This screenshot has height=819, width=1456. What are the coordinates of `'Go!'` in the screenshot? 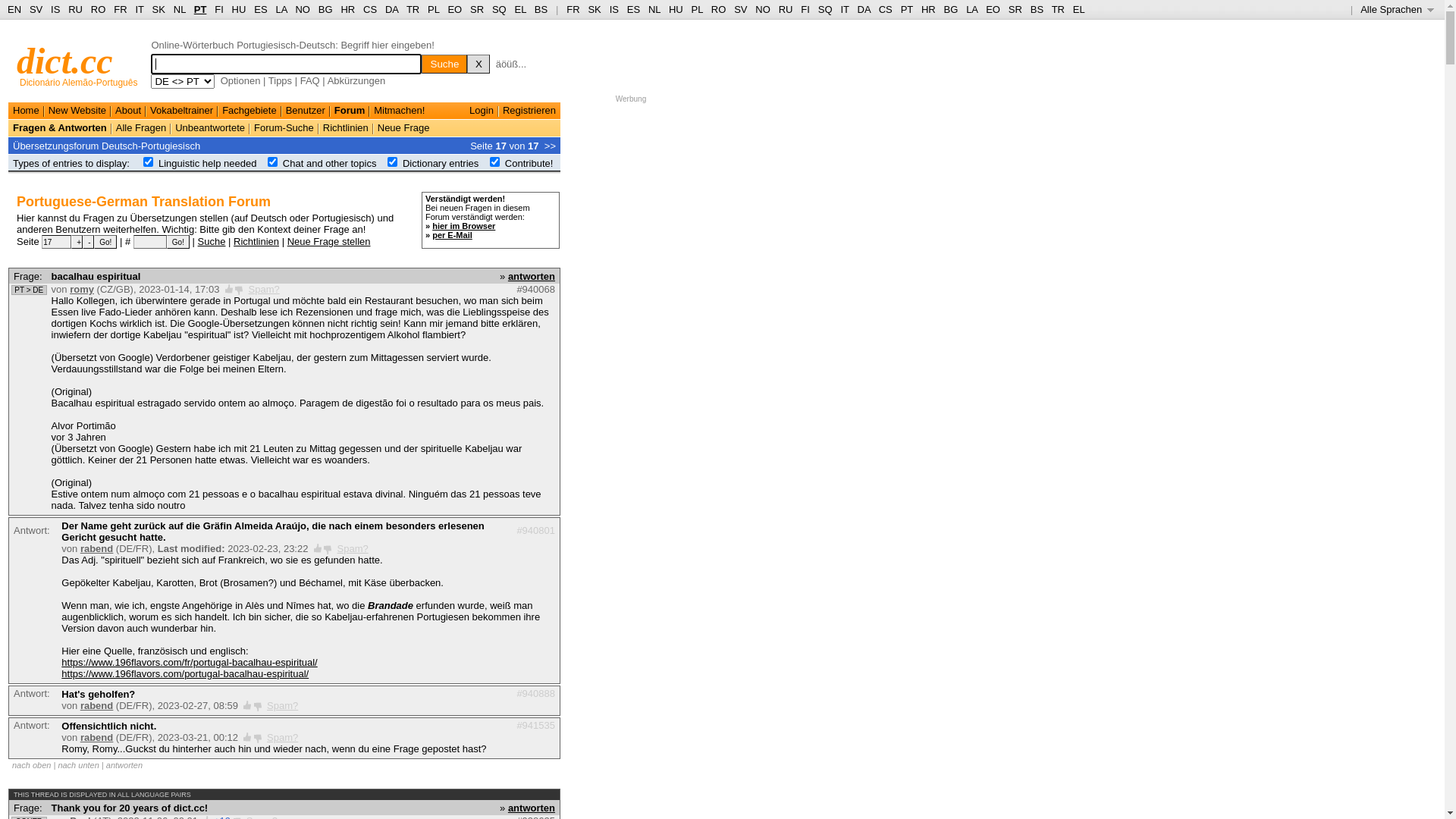 It's located at (167, 241).